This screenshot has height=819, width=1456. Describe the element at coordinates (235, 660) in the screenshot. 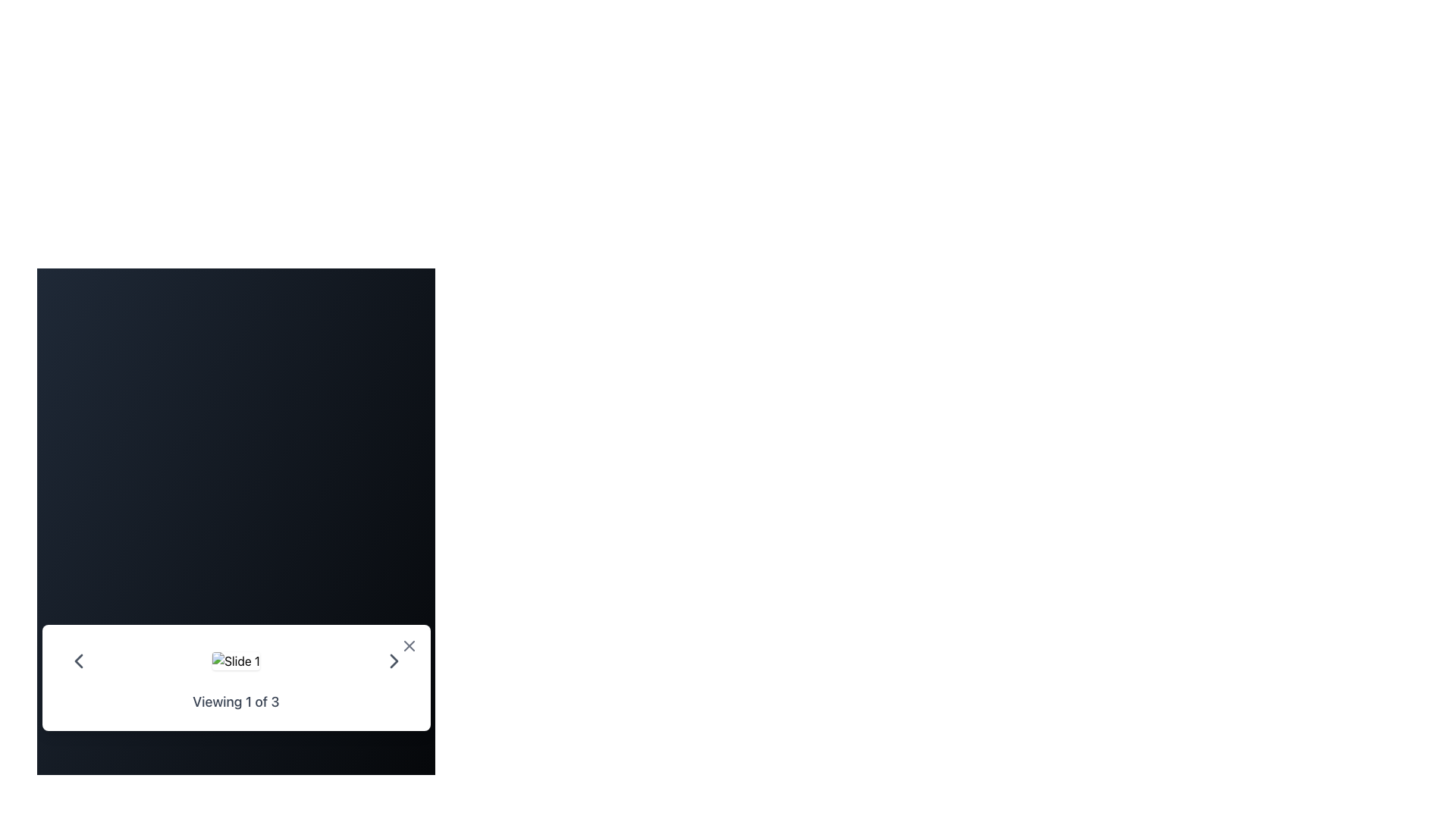

I see `the slideshow by clicking on the slider navigation section that includes the left and right arrow icons and the image placeholder labeled 'Slide 1'` at that location.